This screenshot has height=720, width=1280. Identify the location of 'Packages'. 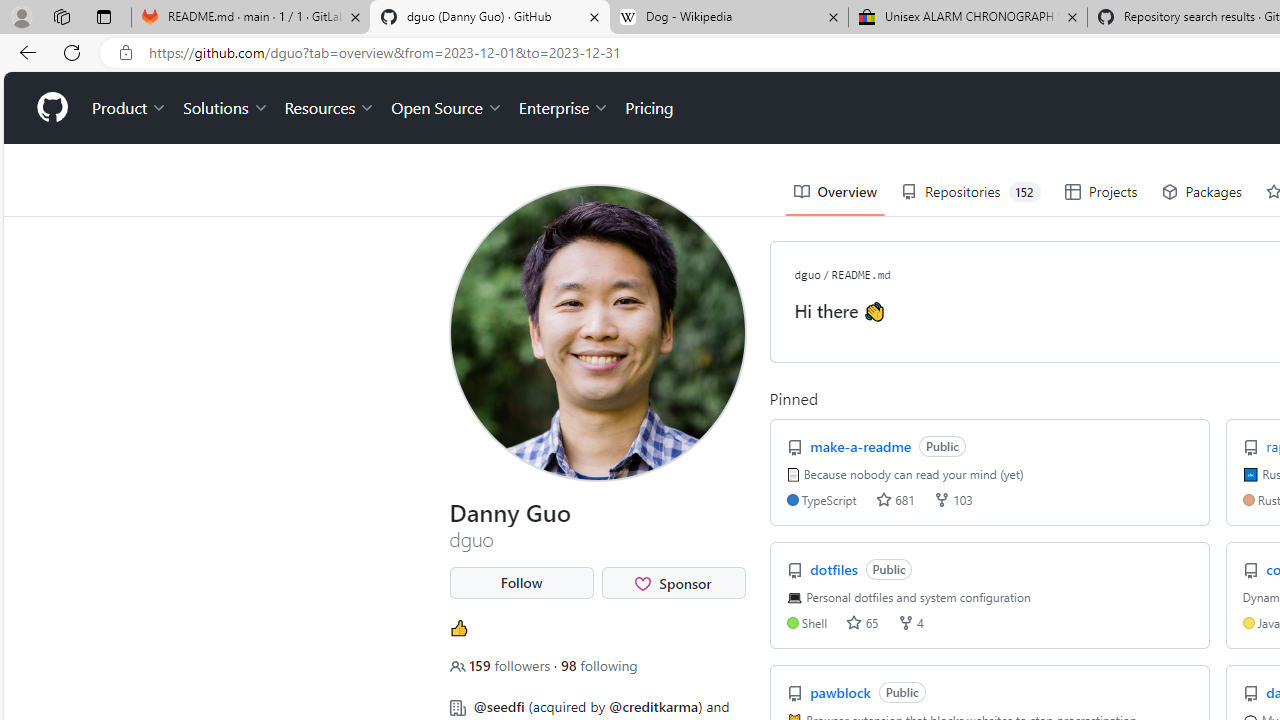
(1200, 192).